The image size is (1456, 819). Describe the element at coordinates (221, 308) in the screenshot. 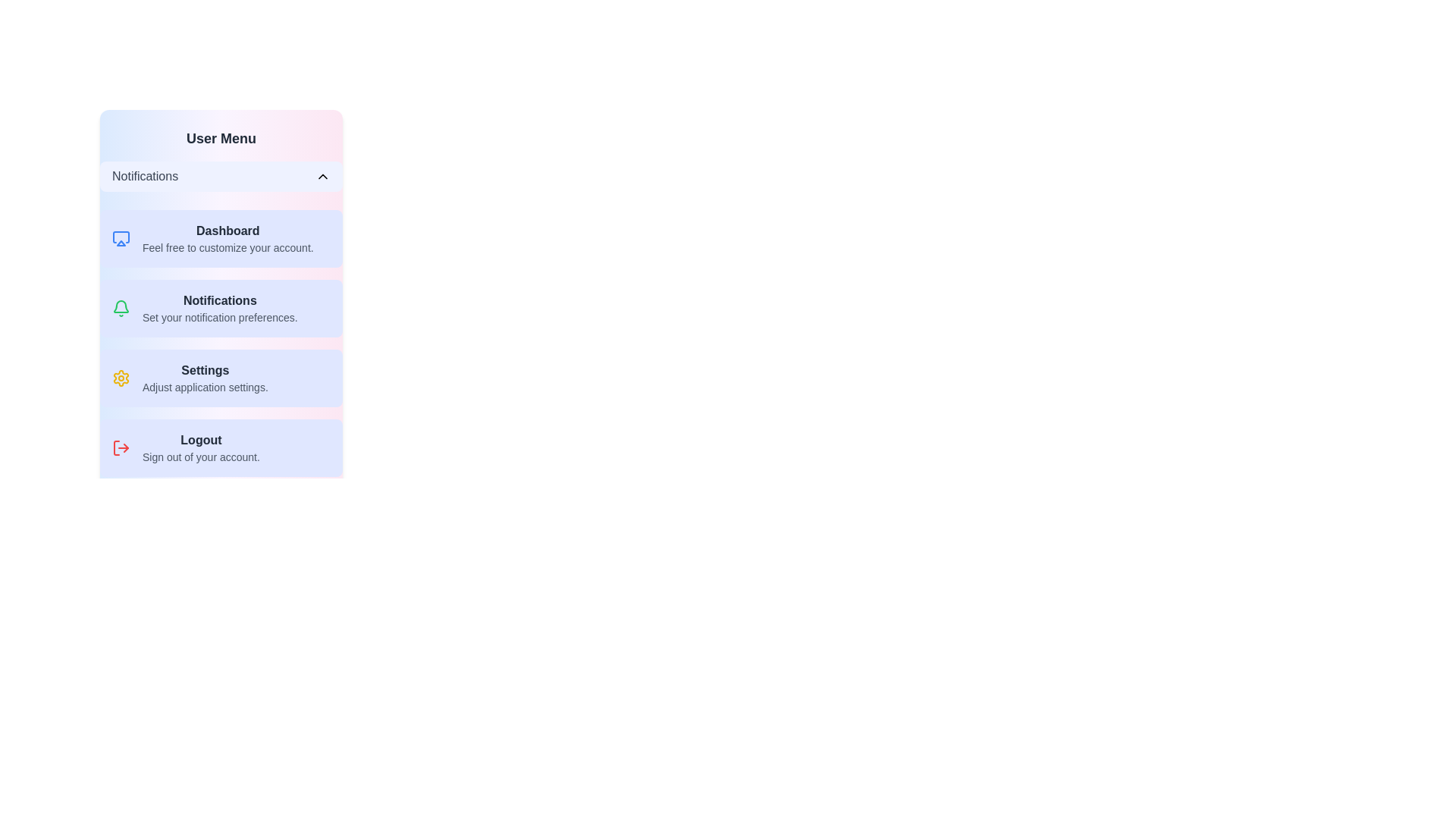

I see `the menu item Notifications to set it as the active option` at that location.